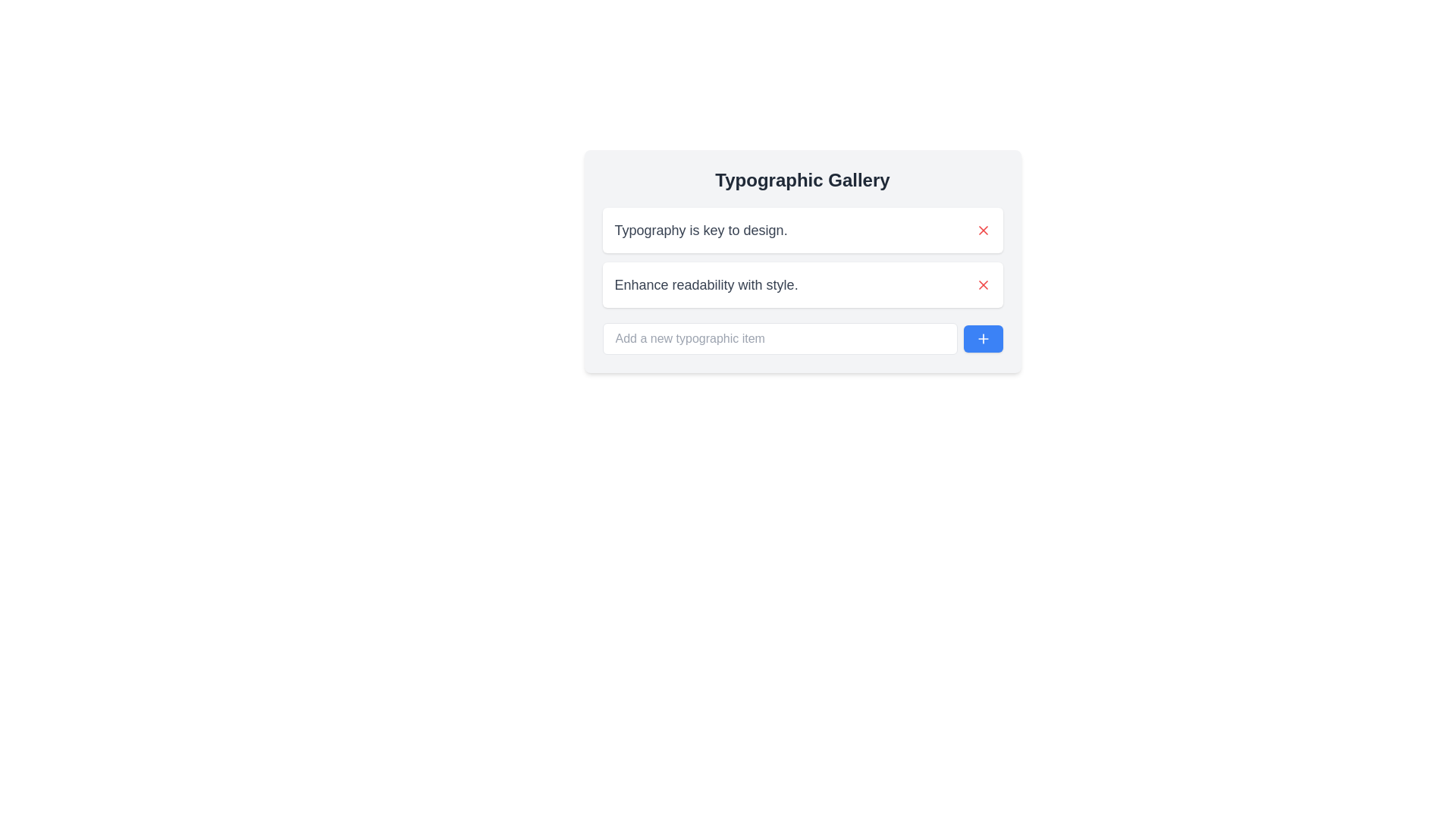 This screenshot has width=1456, height=819. I want to click on the 'plus' icon located at the bottom-right corner of the 'Typographic Gallery' card, so click(983, 338).